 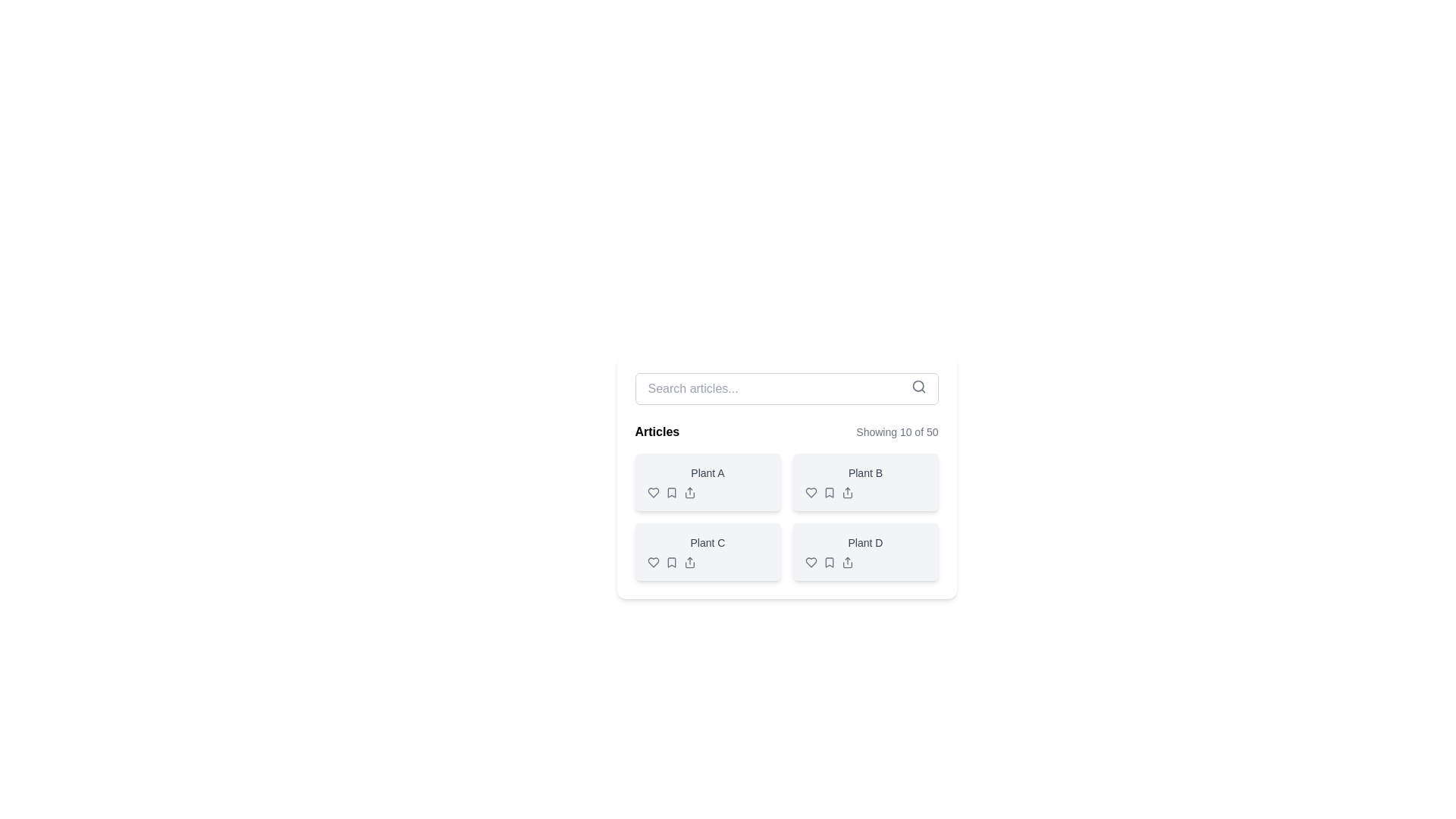 What do you see at coordinates (828, 493) in the screenshot?
I see `the bookmark icon located in the card for 'Plant B', positioned between the heart icon and the share icon` at bounding box center [828, 493].